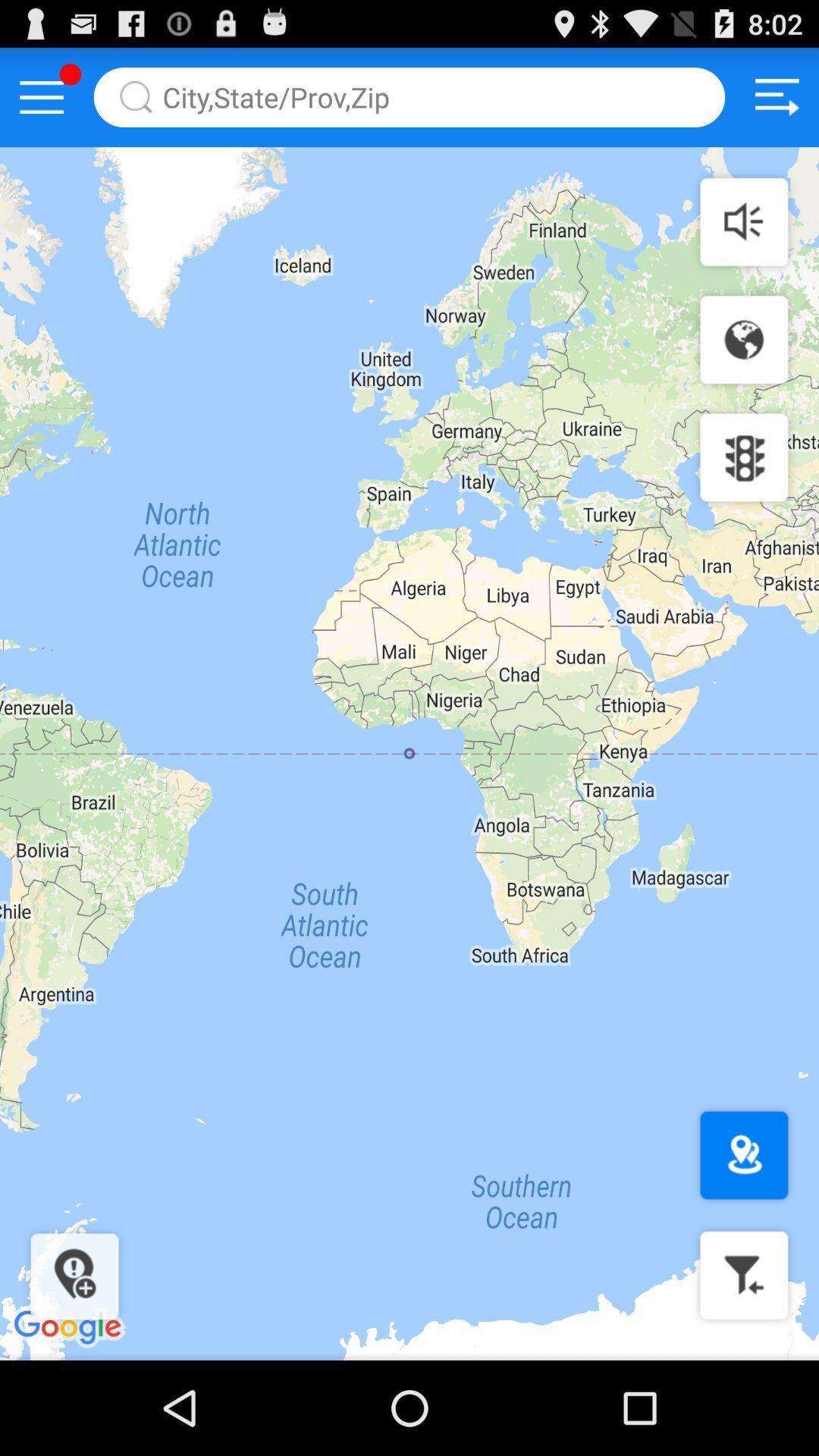 This screenshot has height=1456, width=819. What do you see at coordinates (743, 362) in the screenshot?
I see `the globe icon` at bounding box center [743, 362].